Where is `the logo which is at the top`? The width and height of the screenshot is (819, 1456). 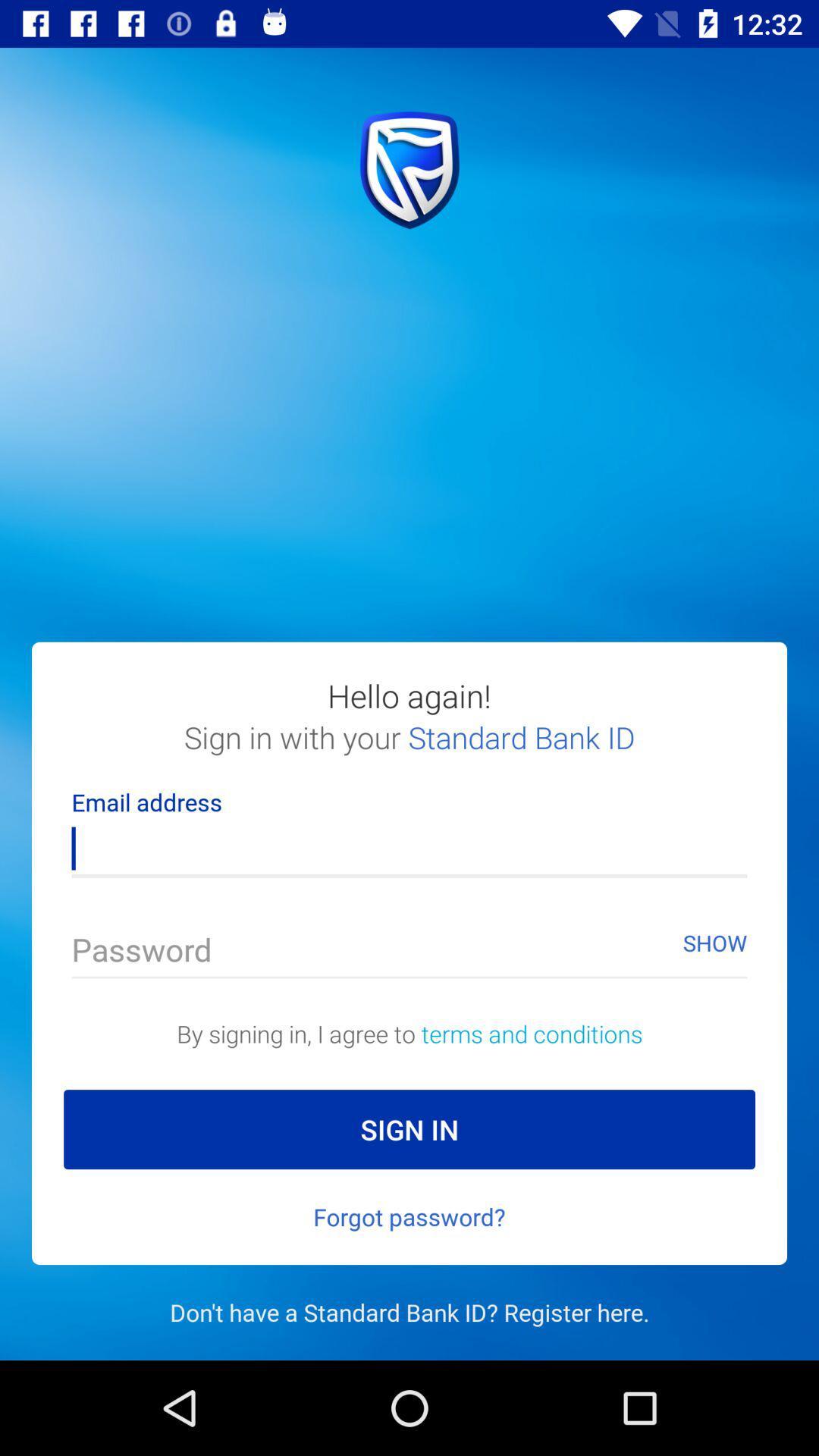 the logo which is at the top is located at coordinates (409, 170).